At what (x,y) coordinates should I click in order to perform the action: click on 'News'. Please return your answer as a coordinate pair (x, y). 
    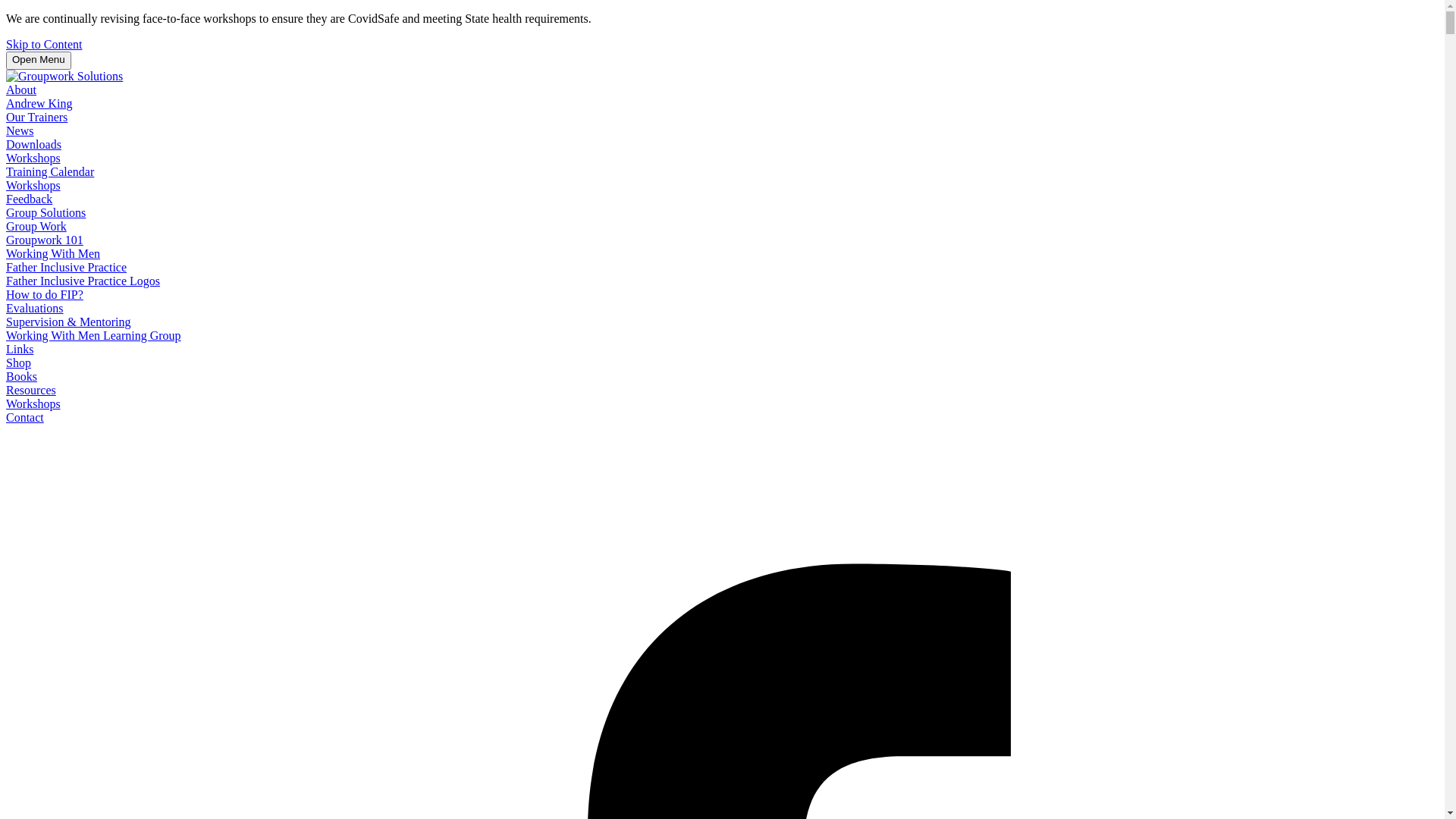
    Looking at the image, I should click on (19, 130).